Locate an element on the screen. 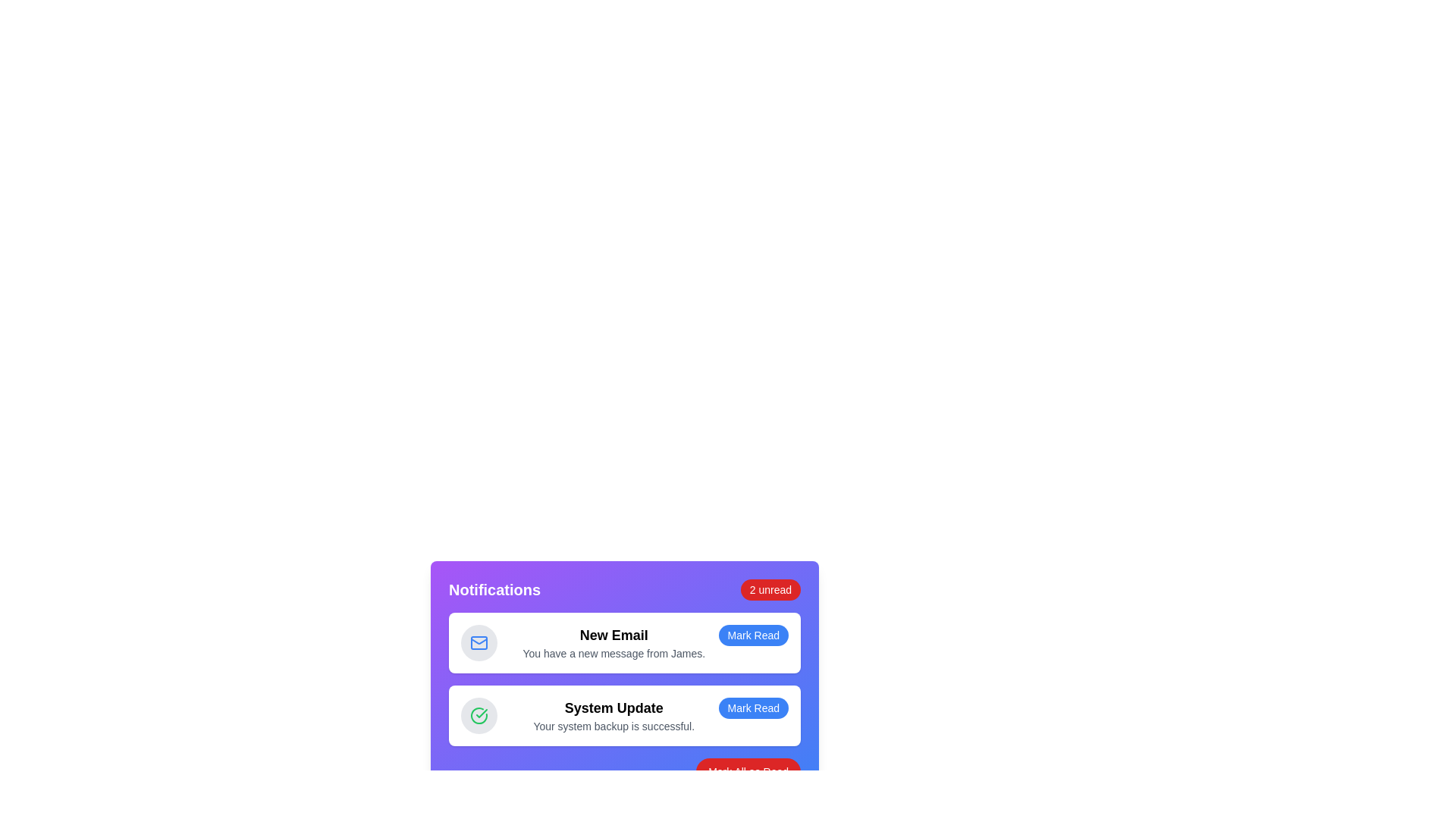 The height and width of the screenshot is (819, 1456). the 'Mark All as Read' button located at the bottom-right corner of the notification section is located at coordinates (748, 772).